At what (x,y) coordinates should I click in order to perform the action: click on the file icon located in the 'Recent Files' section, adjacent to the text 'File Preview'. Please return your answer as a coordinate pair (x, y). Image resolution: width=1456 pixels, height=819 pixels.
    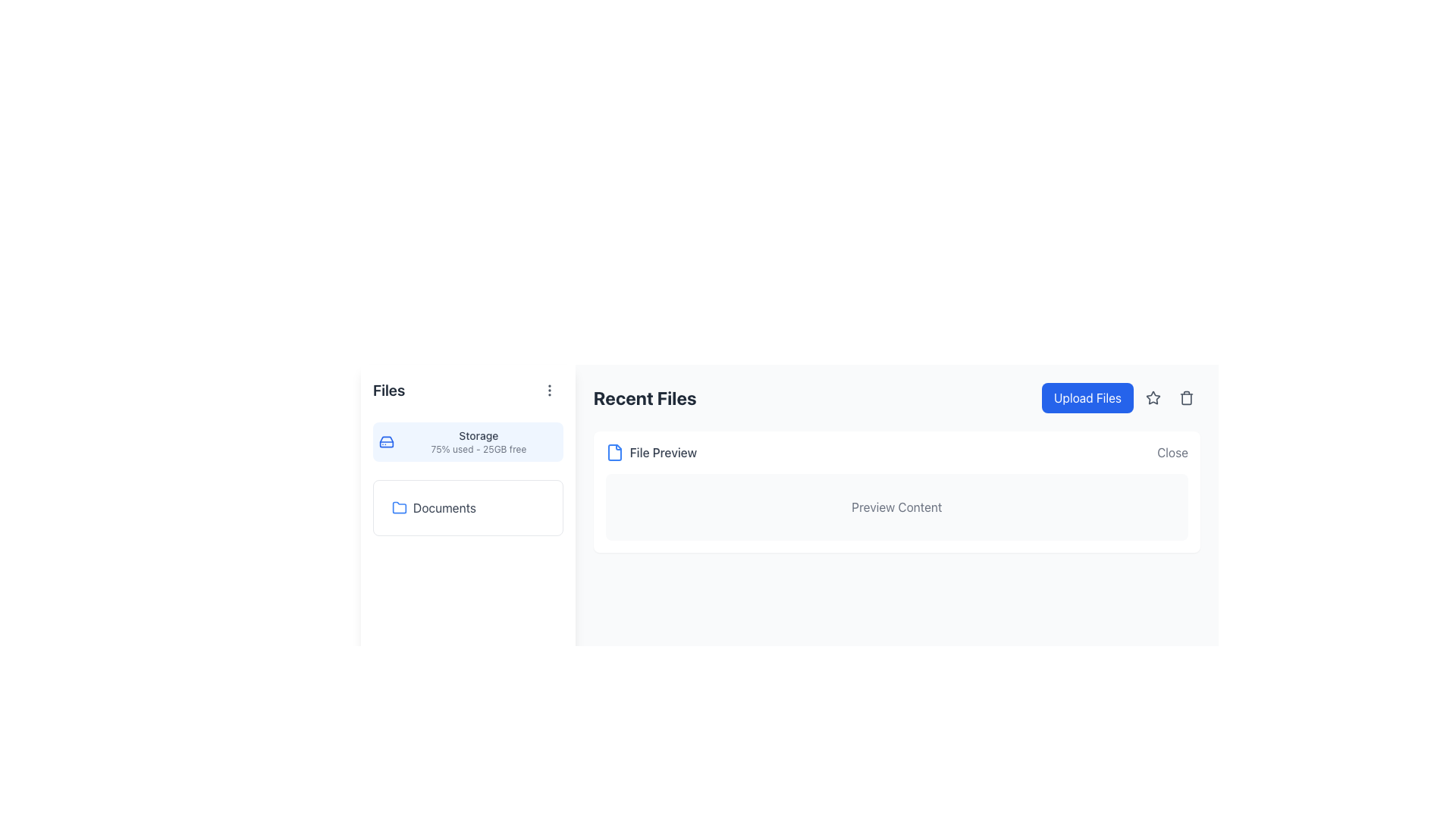
    Looking at the image, I should click on (614, 452).